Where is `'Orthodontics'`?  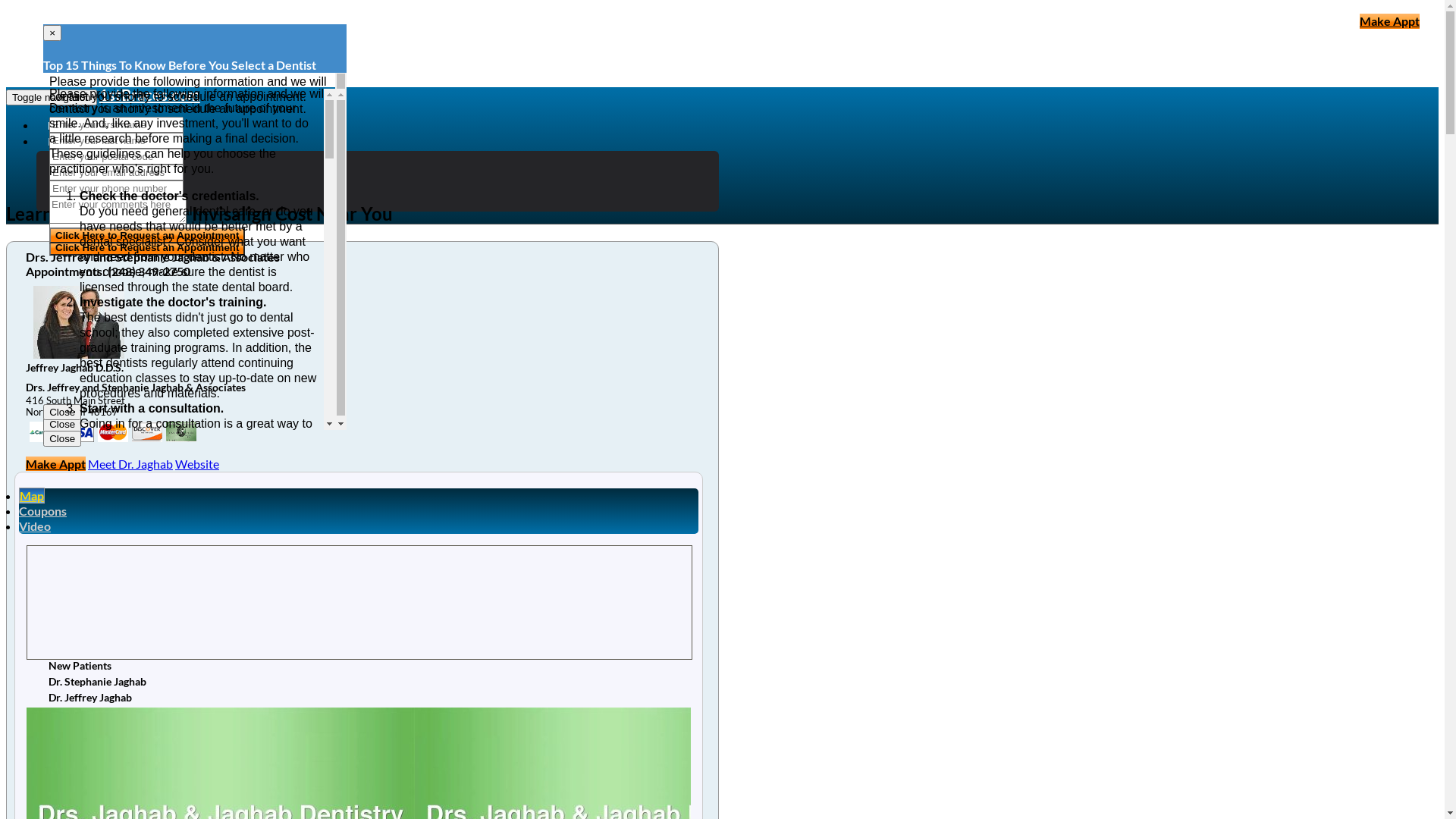 'Orthodontics' is located at coordinates (101, 158).